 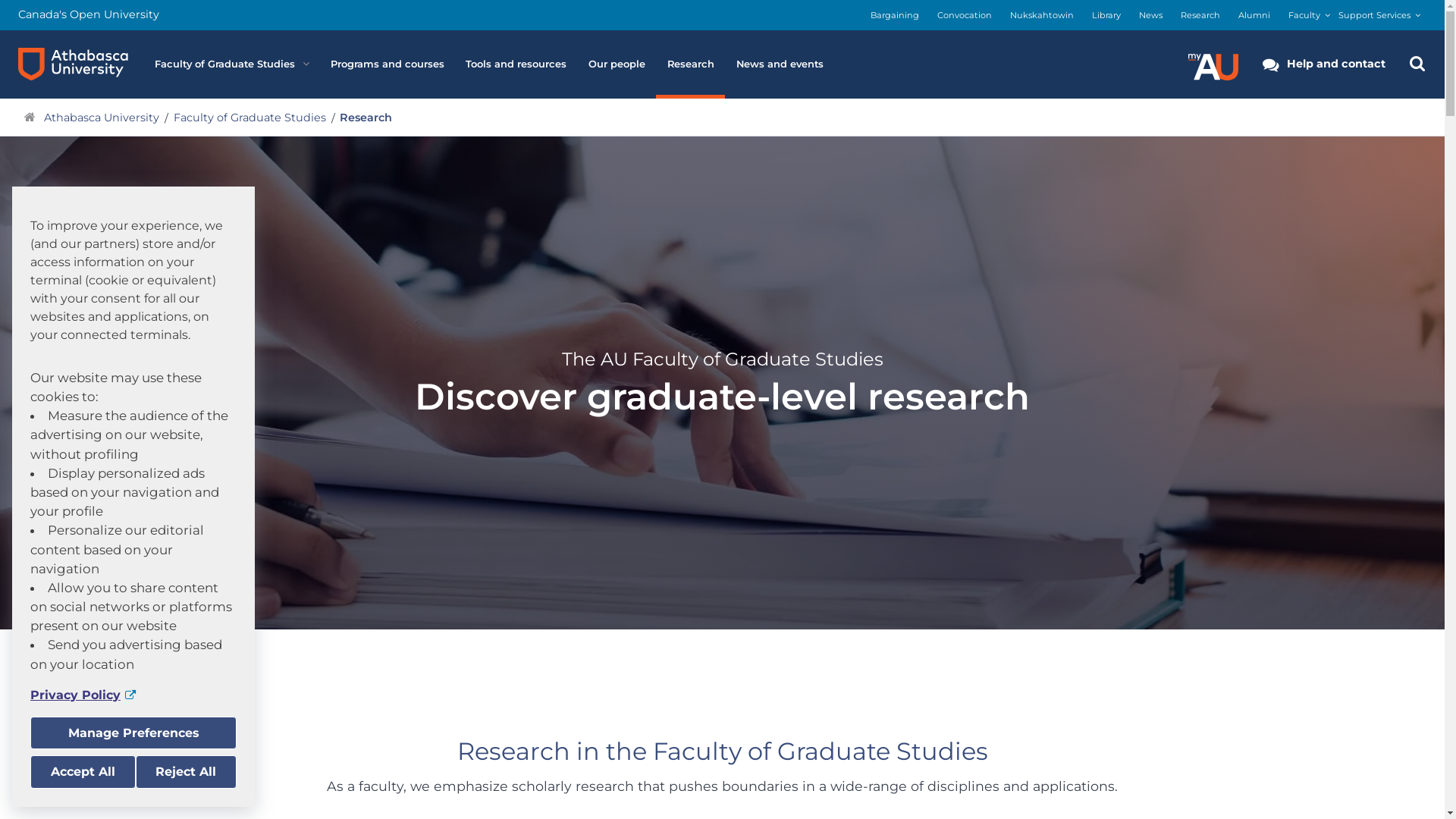 I want to click on 'News', so click(x=1150, y=15).